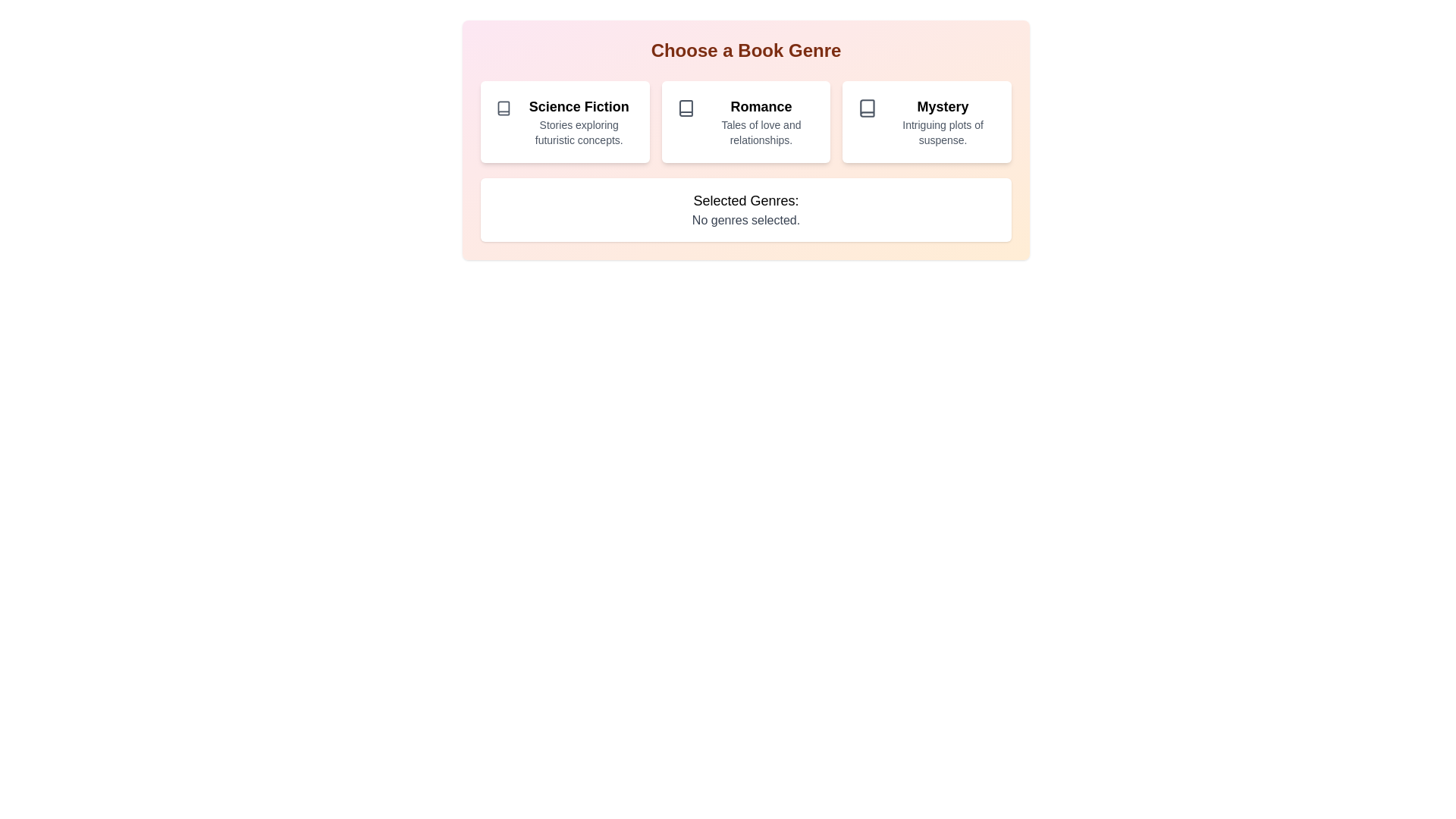  Describe the element at coordinates (745, 210) in the screenshot. I see `the text display box that contains the text 'Selected Genres:' and 'No genres selected.' with a white background and rounded corners` at that location.